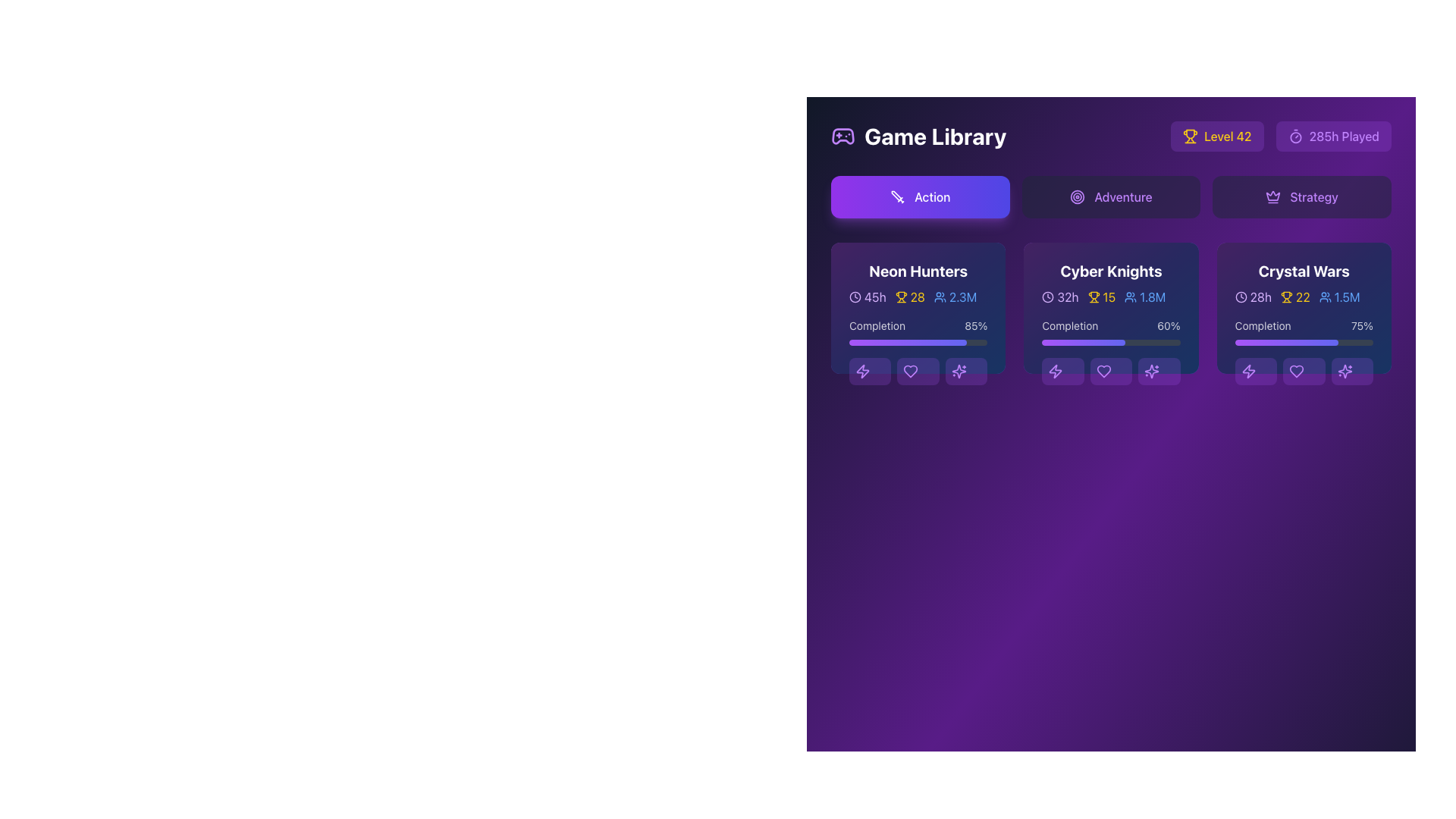  What do you see at coordinates (1303, 297) in the screenshot?
I see `the informational display component in the 'Crystal Wars' card, which shows the text '28h' in purple, a clock icon, the text '22' in gold with a trophy icon, and '1.5M' in blue with a user icon` at bounding box center [1303, 297].